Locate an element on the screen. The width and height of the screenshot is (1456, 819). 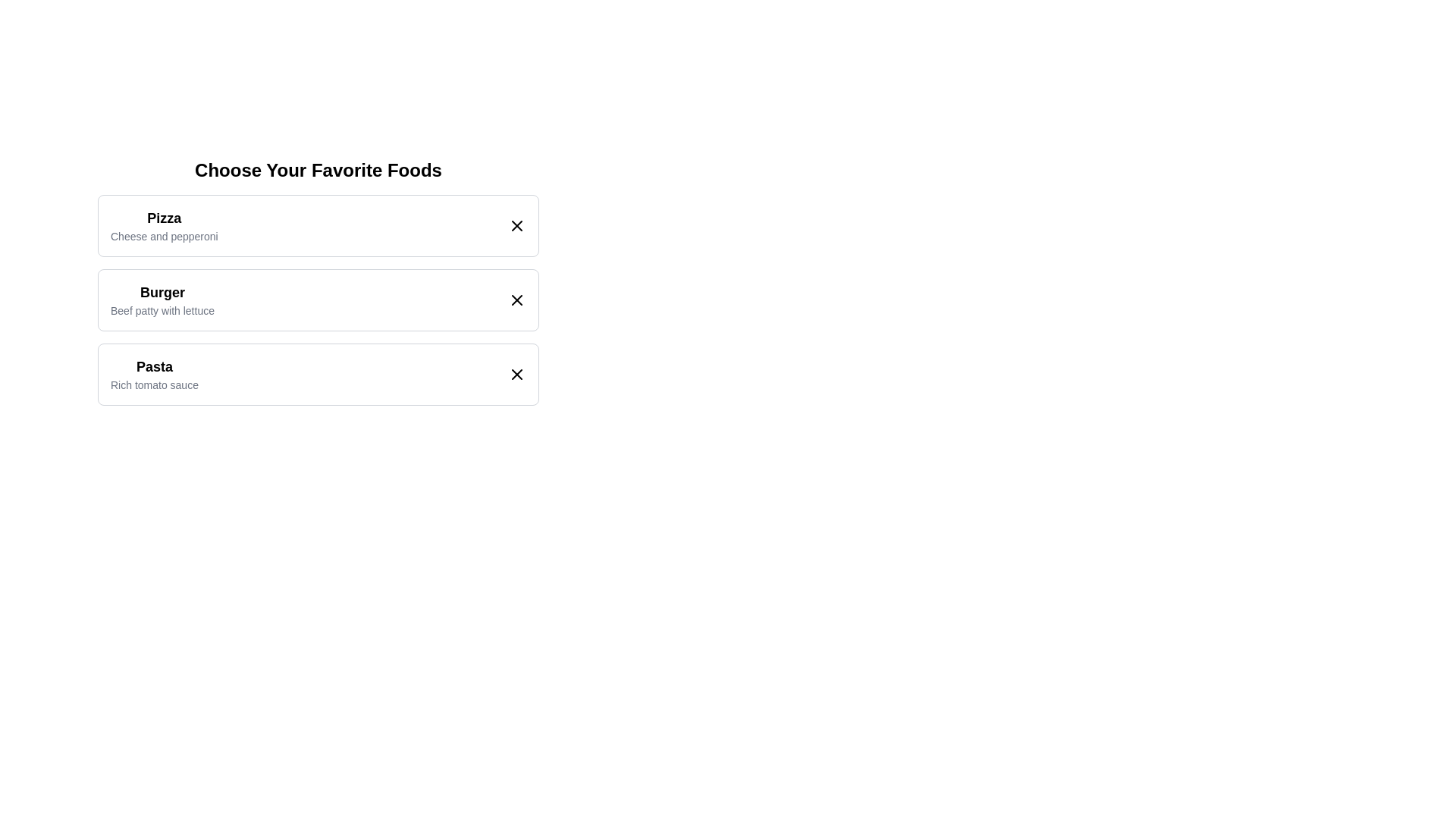
the close button (X icon) located on the right-hand side of the 'Burger' menu item labeled 'Beef patty with lettuce' is located at coordinates (516, 300).